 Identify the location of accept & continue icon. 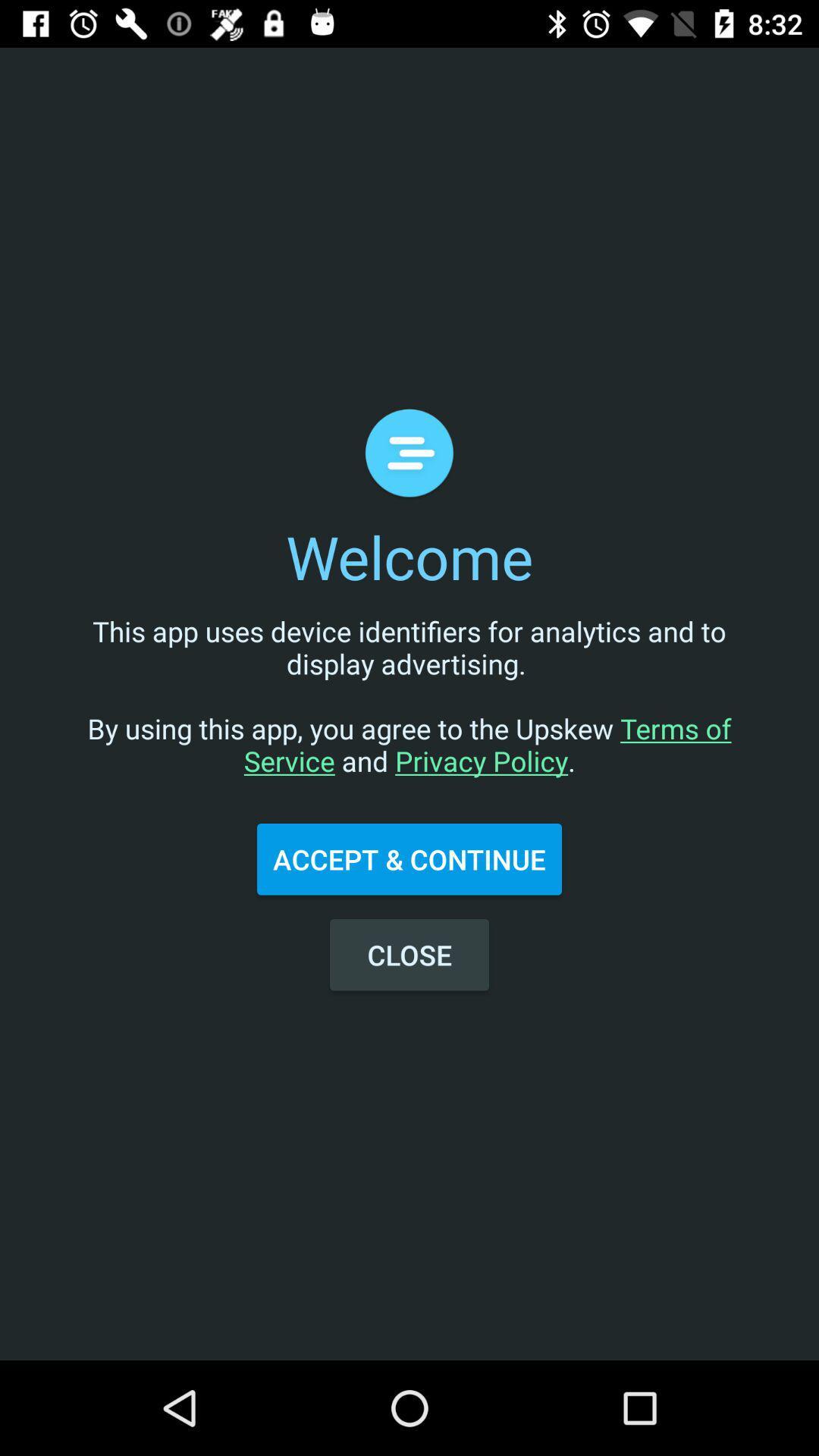
(409, 859).